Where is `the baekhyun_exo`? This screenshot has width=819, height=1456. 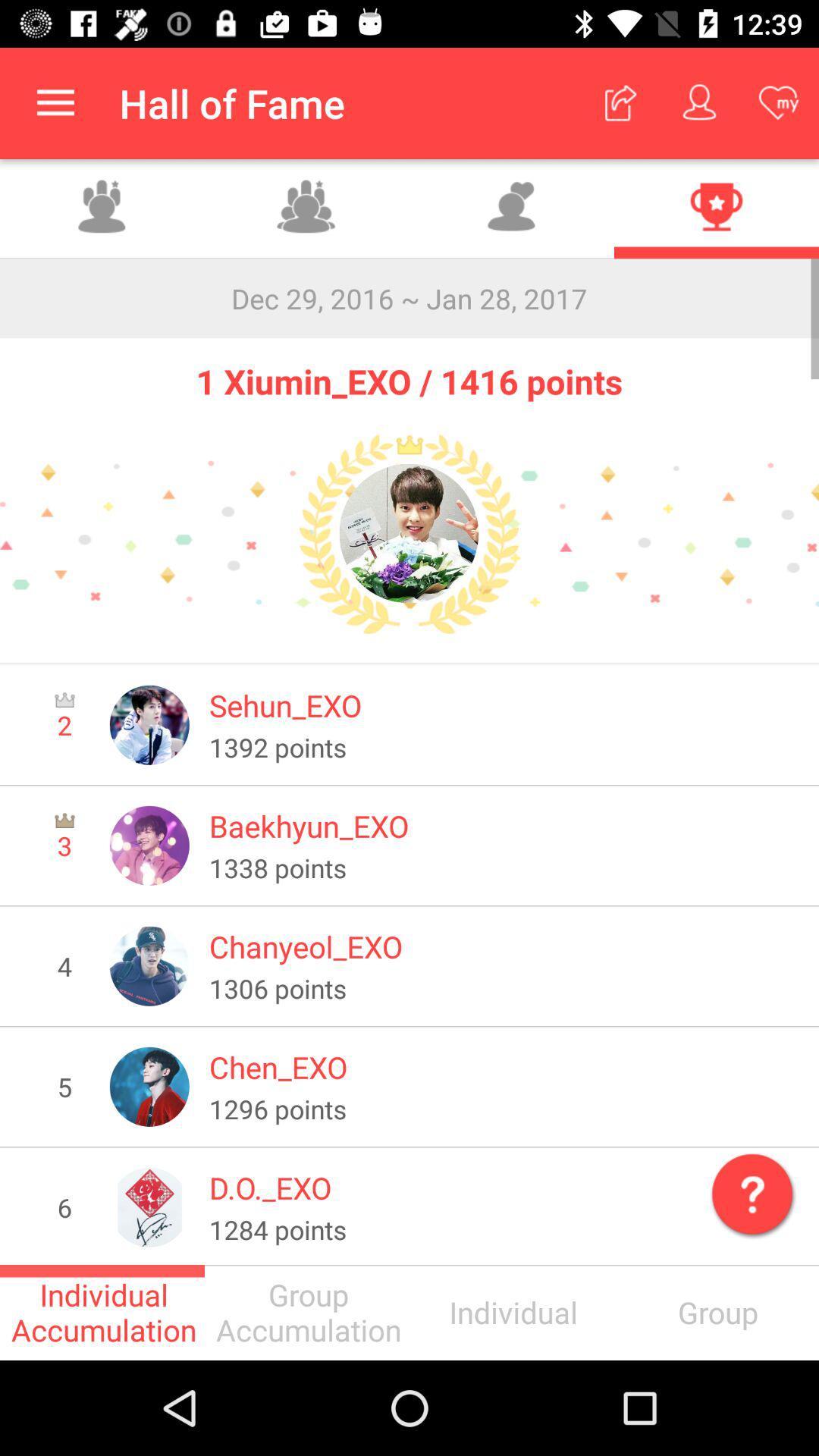
the baekhyun_exo is located at coordinates (504, 825).